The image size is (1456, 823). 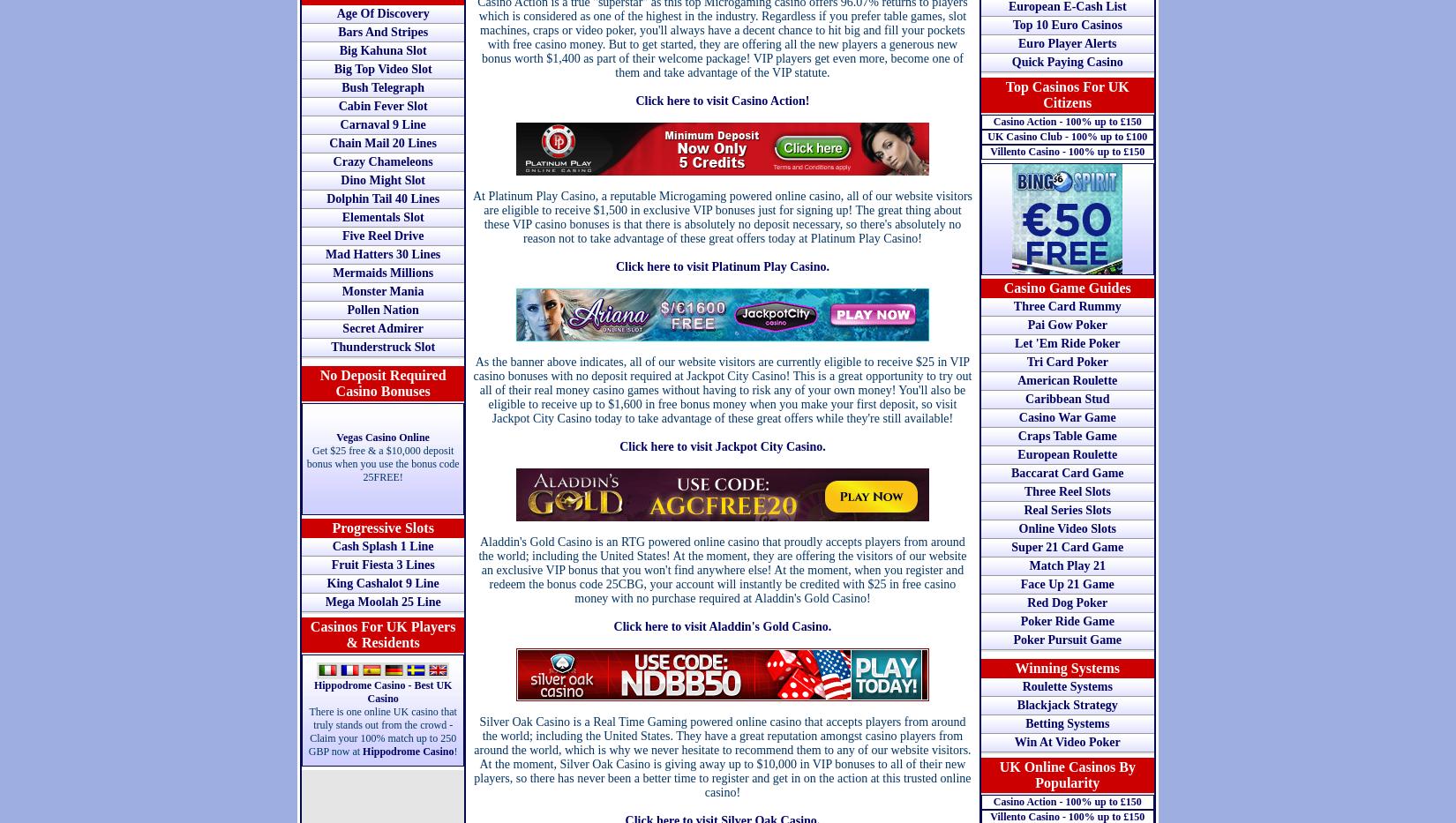 What do you see at coordinates (1067, 343) in the screenshot?
I see `'Let 'em Ride Poker'` at bounding box center [1067, 343].